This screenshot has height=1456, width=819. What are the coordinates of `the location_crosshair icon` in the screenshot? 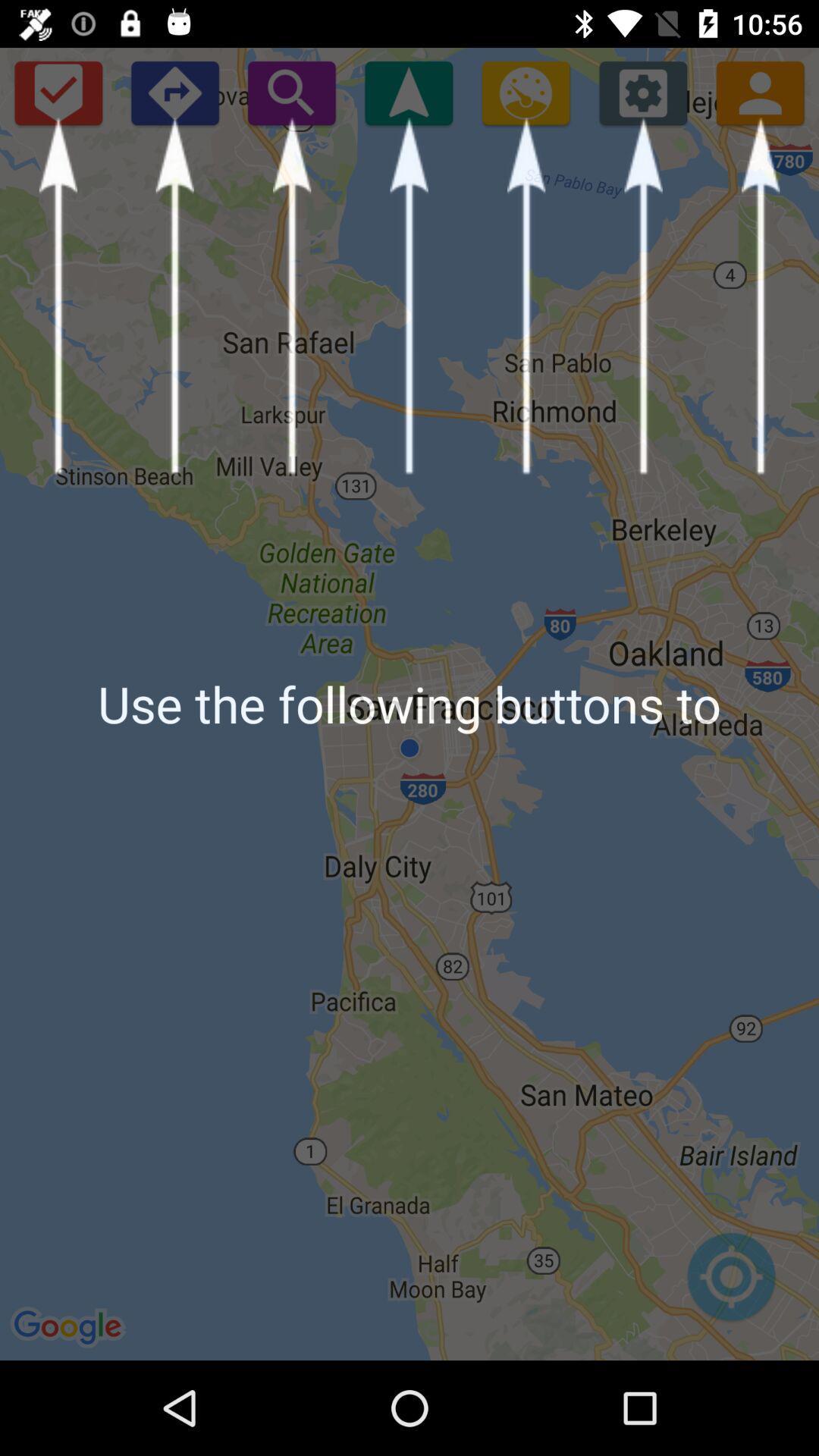 It's located at (730, 1284).